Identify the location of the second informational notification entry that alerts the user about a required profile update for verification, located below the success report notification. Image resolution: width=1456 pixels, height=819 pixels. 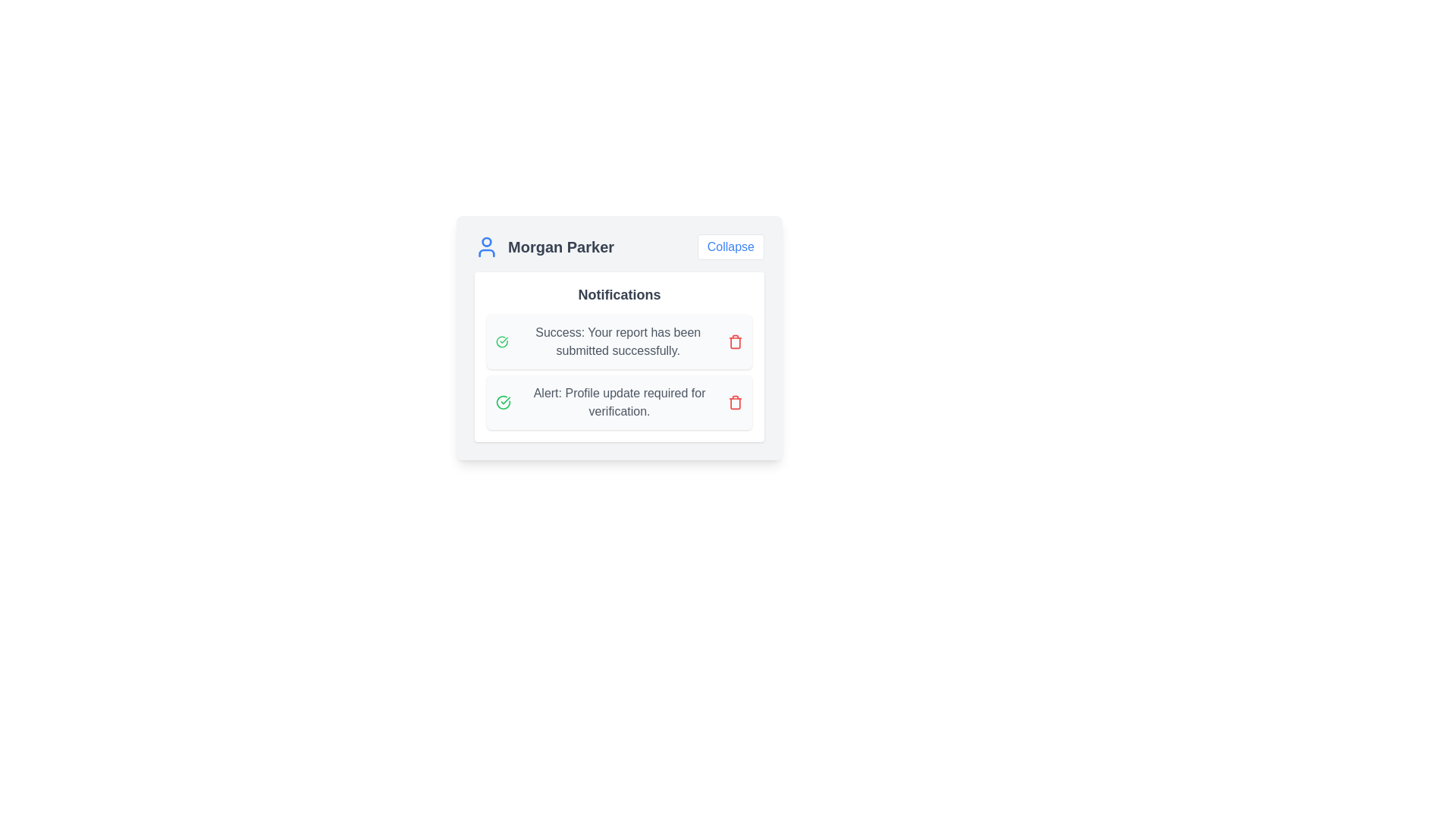
(619, 402).